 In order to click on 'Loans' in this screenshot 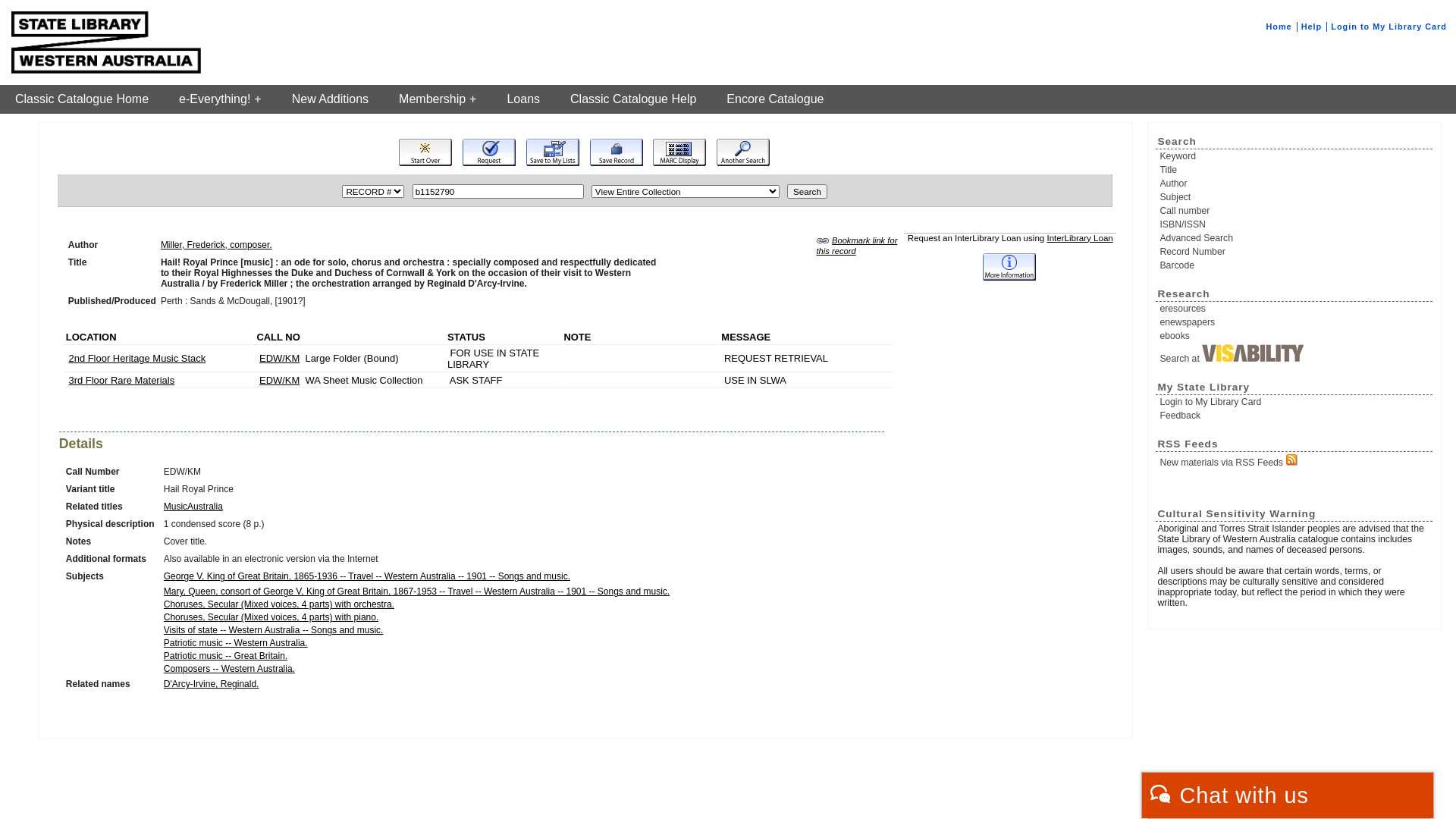, I will do `click(523, 99)`.